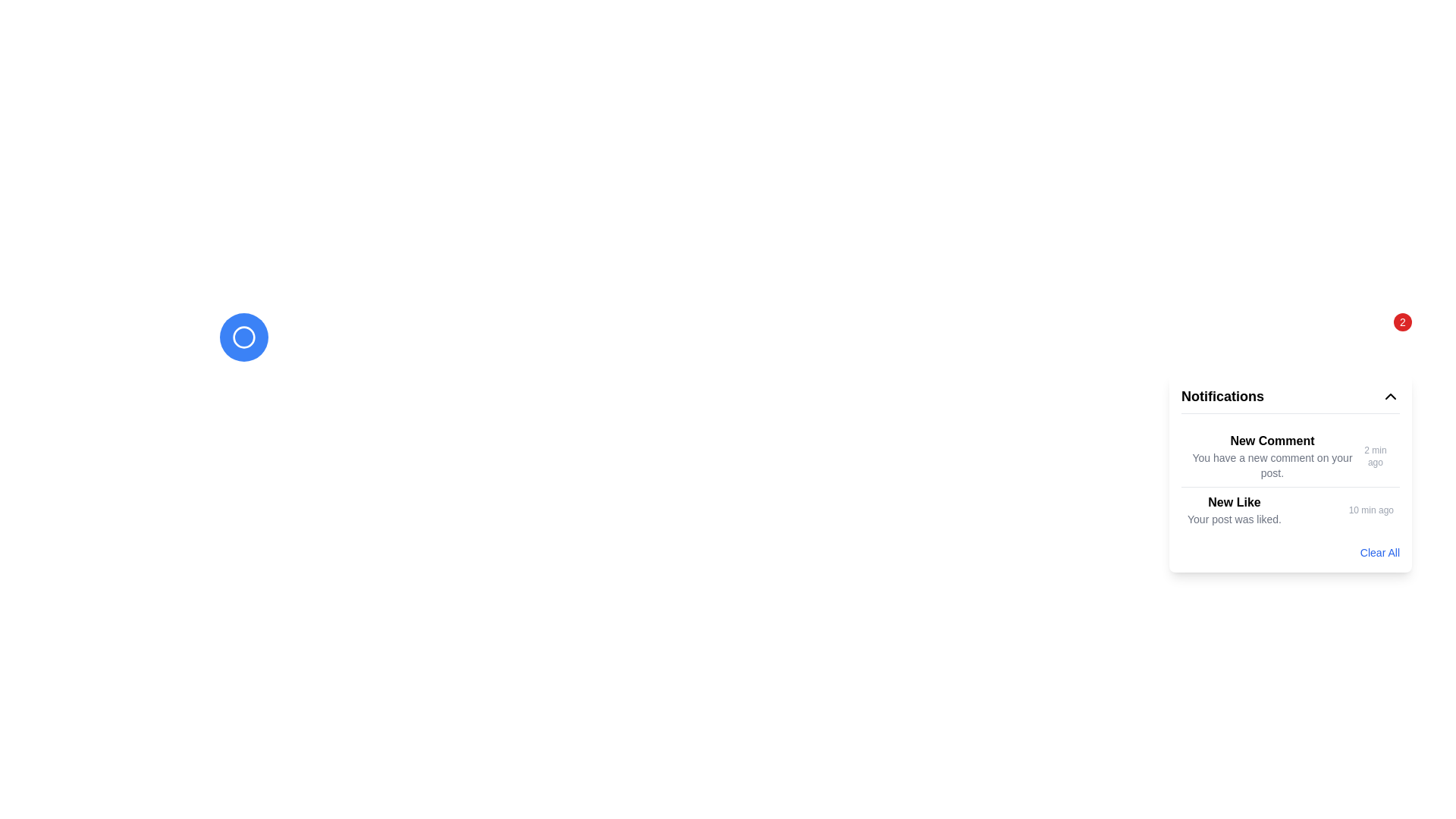 The height and width of the screenshot is (819, 1456). I want to click on timestamp text '2 min ago' located in the top-right corner of the notification entry titled 'New Comment', so click(1376, 455).